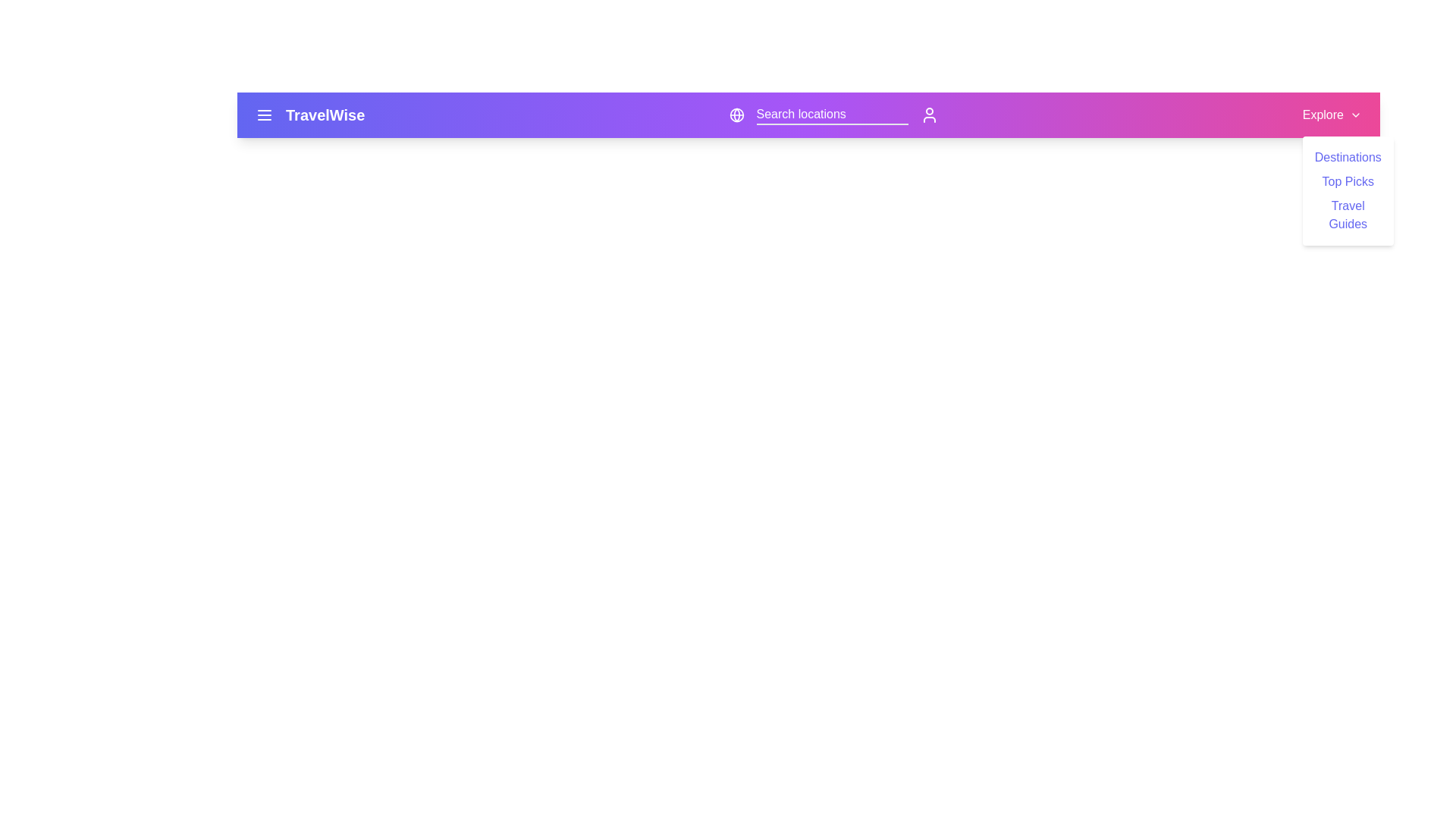 This screenshot has width=1456, height=819. I want to click on the 'Travel Guides' option in the dropdown menu, so click(1348, 215).